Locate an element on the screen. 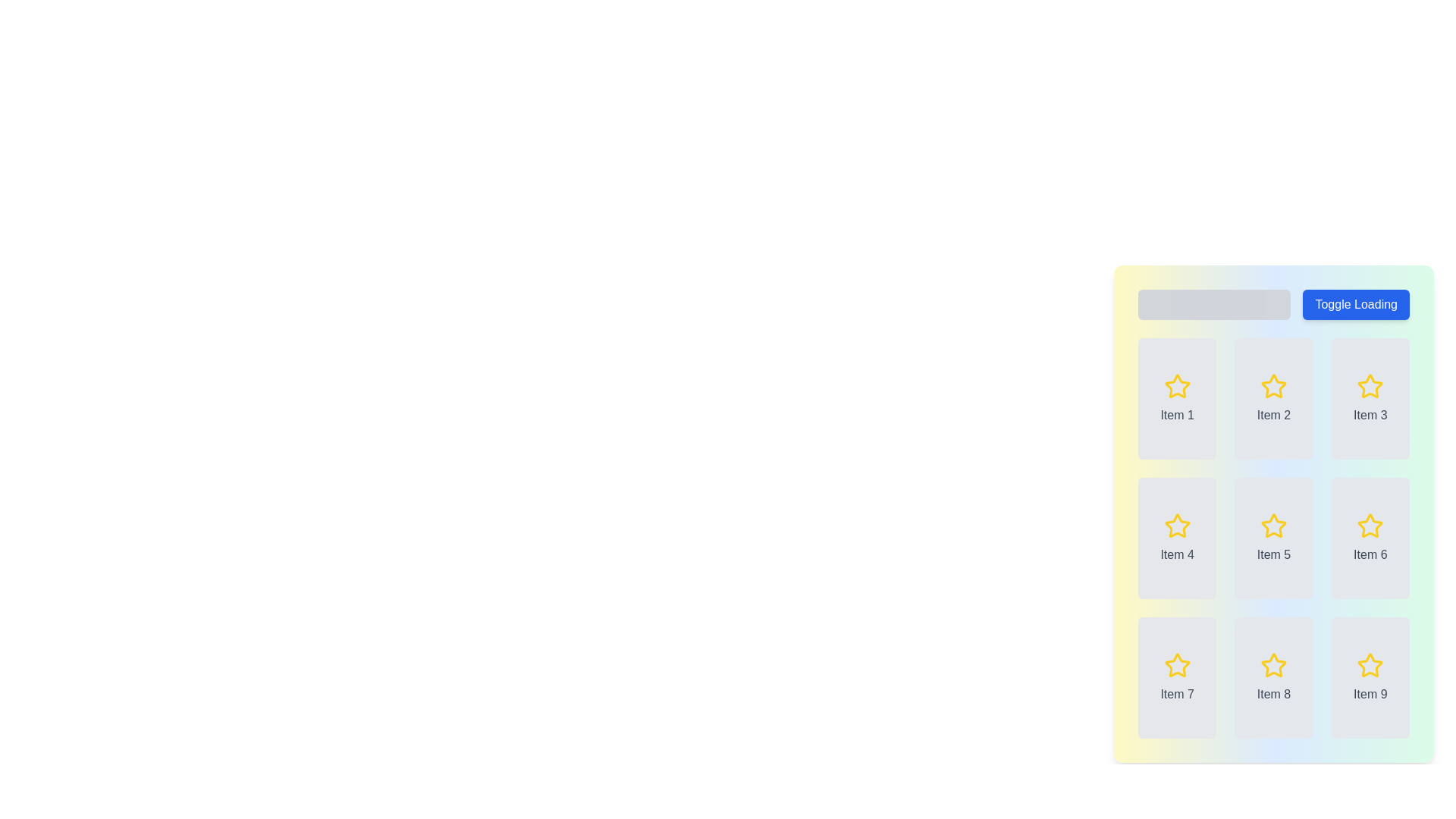 The height and width of the screenshot is (819, 1456). the icon associated with 'Item 7' located in the leftmost column of the bottom row of the grid is located at coordinates (1176, 665).